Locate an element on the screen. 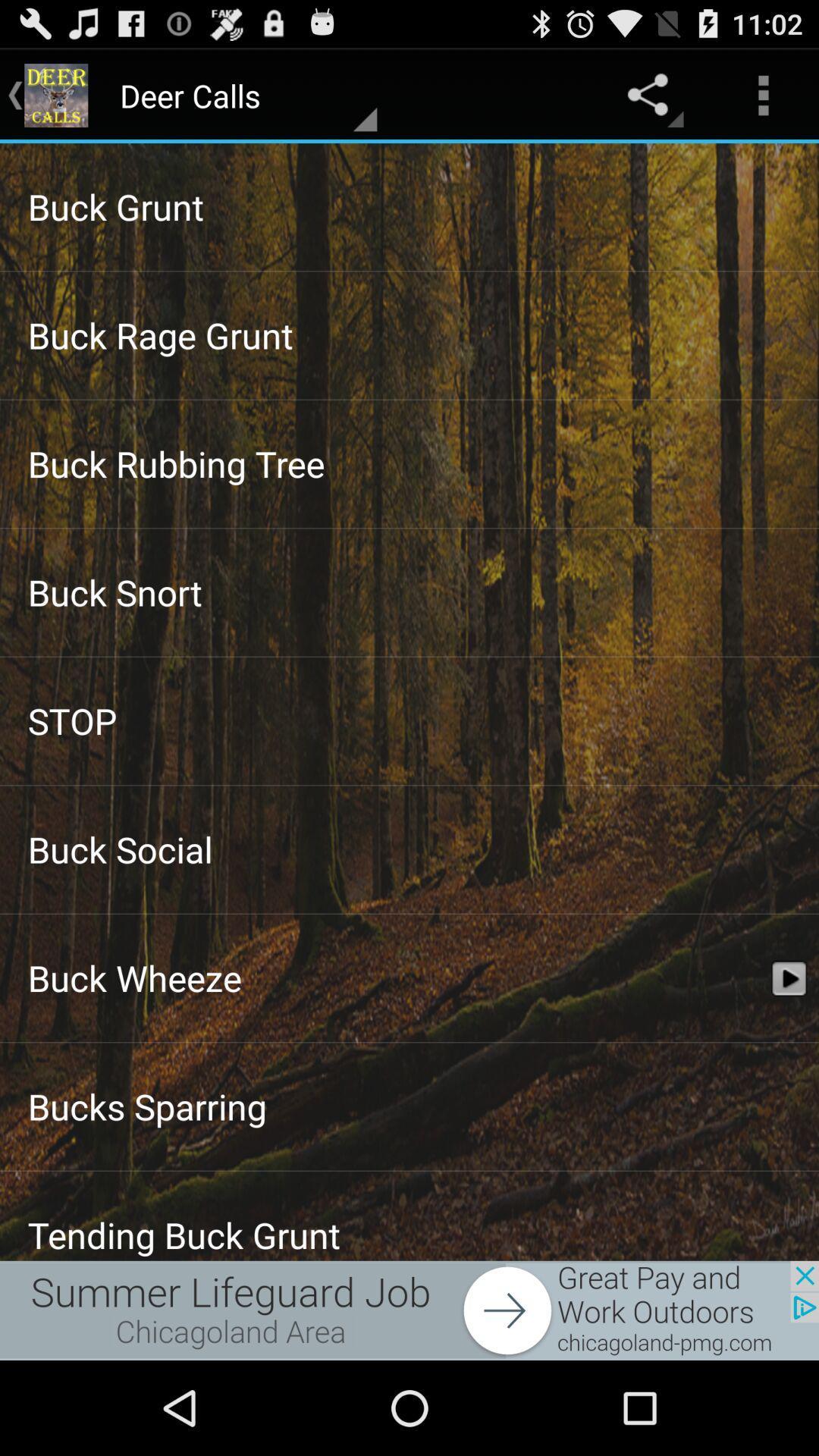  to go cease is located at coordinates (409, 1310).